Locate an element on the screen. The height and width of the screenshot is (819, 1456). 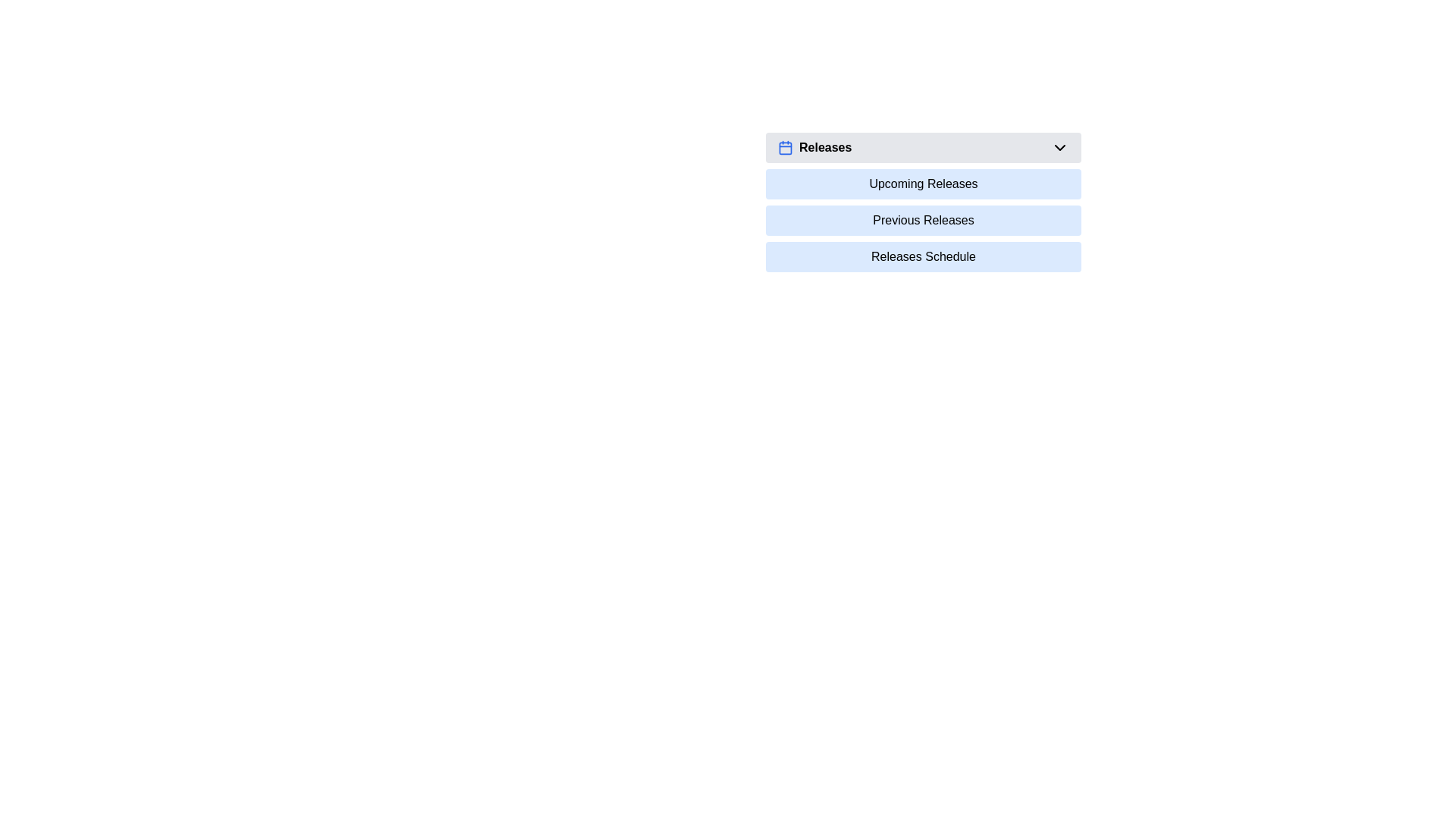
the 'Previous Releases' button, which is the second item in the dropdown menu styled as a clickable blue rectangle with bold, black text is located at coordinates (923, 220).